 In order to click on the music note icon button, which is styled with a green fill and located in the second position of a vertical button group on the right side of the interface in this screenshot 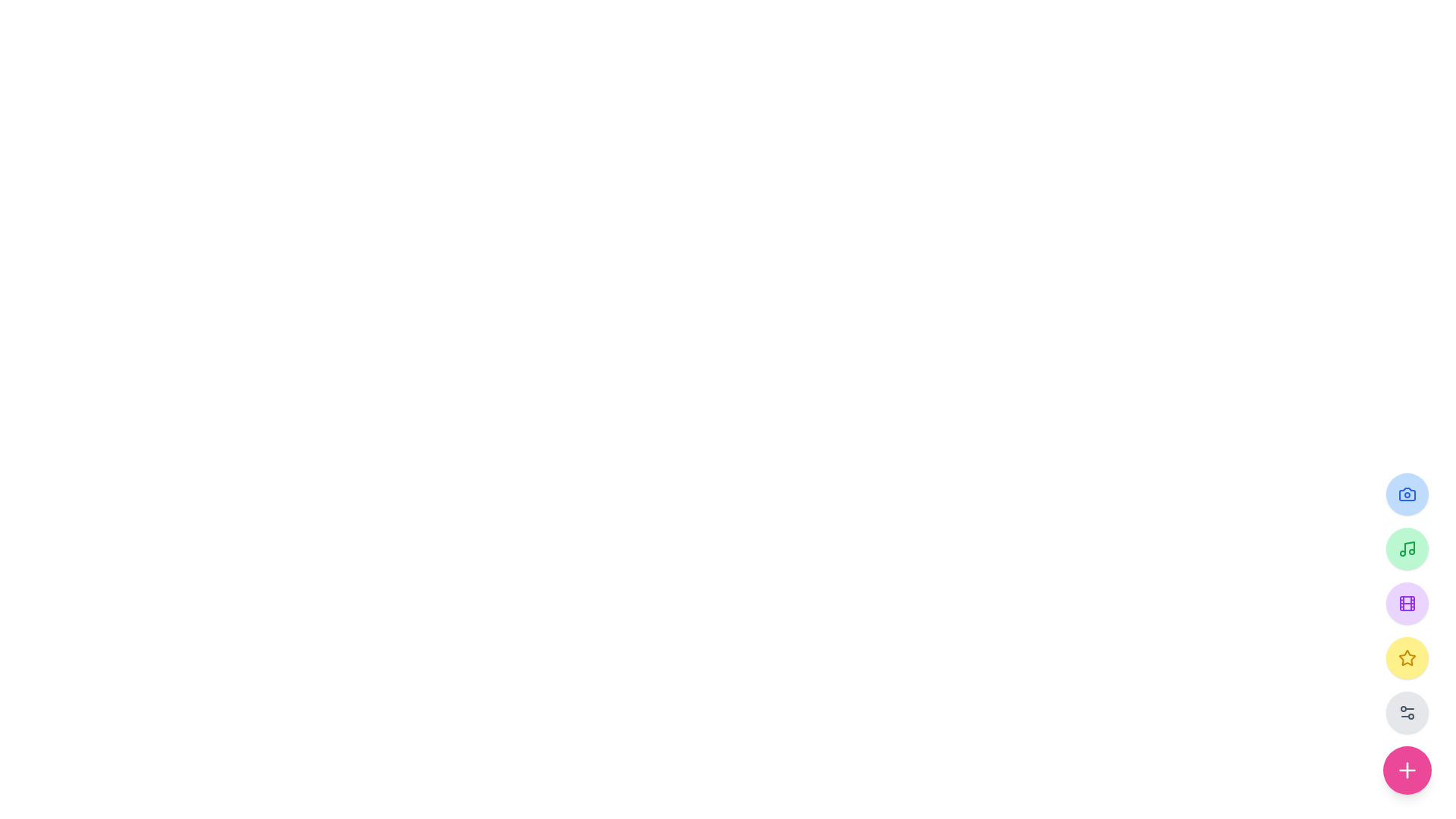, I will do `click(1407, 549)`.